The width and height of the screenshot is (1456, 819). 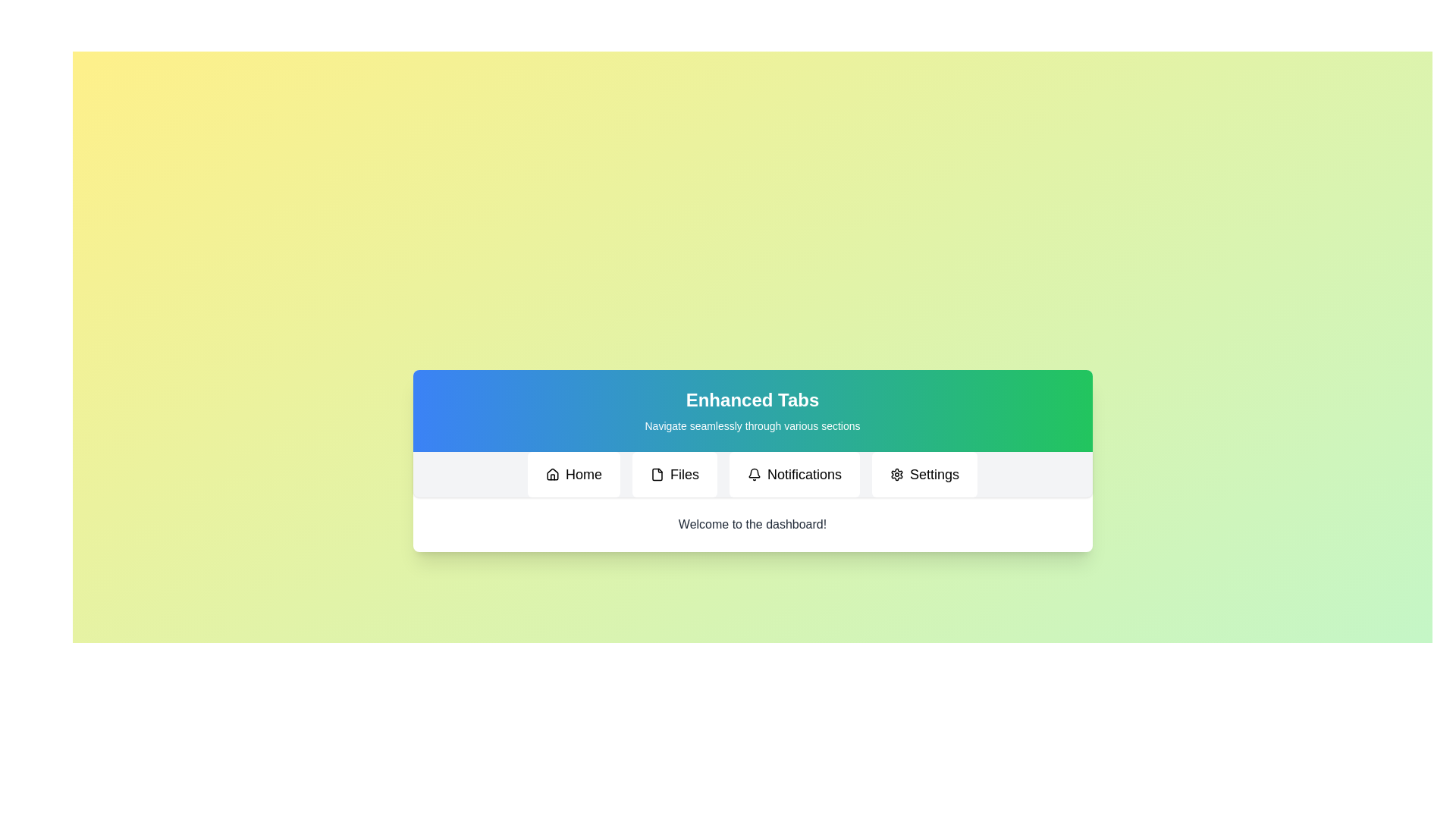 What do you see at coordinates (552, 473) in the screenshot?
I see `the house-shaped icon in the top-left corner of the navigation bar` at bounding box center [552, 473].